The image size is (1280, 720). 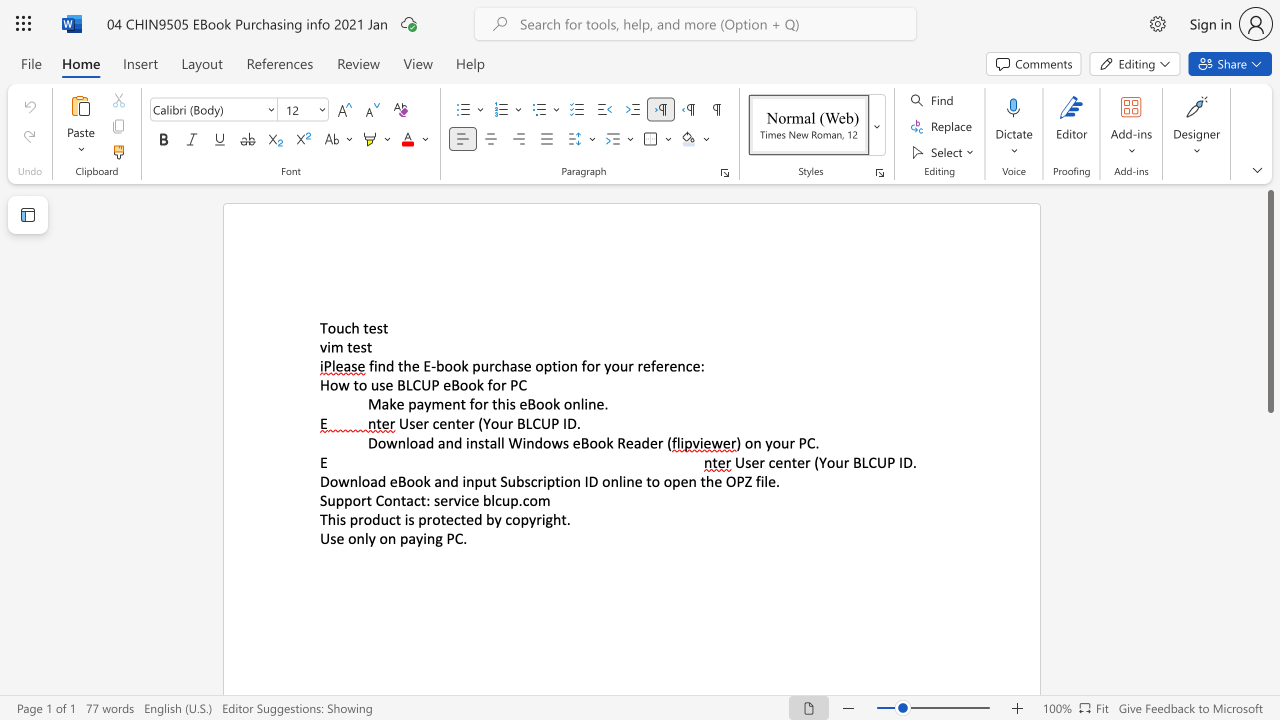 What do you see at coordinates (525, 422) in the screenshot?
I see `the subset text "LCUP ID" within the text "User center (Your BLCUP ID."` at bounding box center [525, 422].